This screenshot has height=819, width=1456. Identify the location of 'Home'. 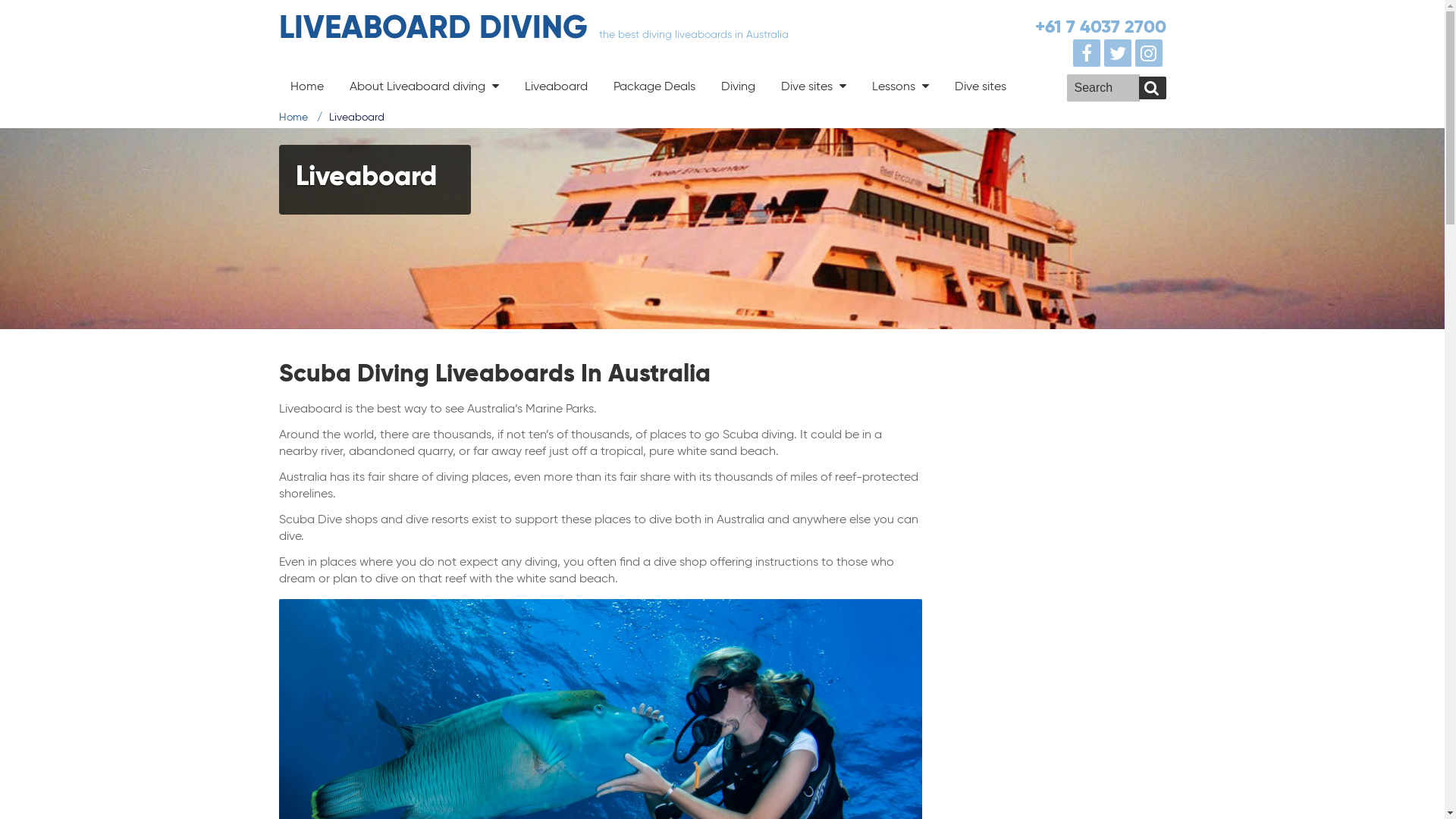
(306, 86).